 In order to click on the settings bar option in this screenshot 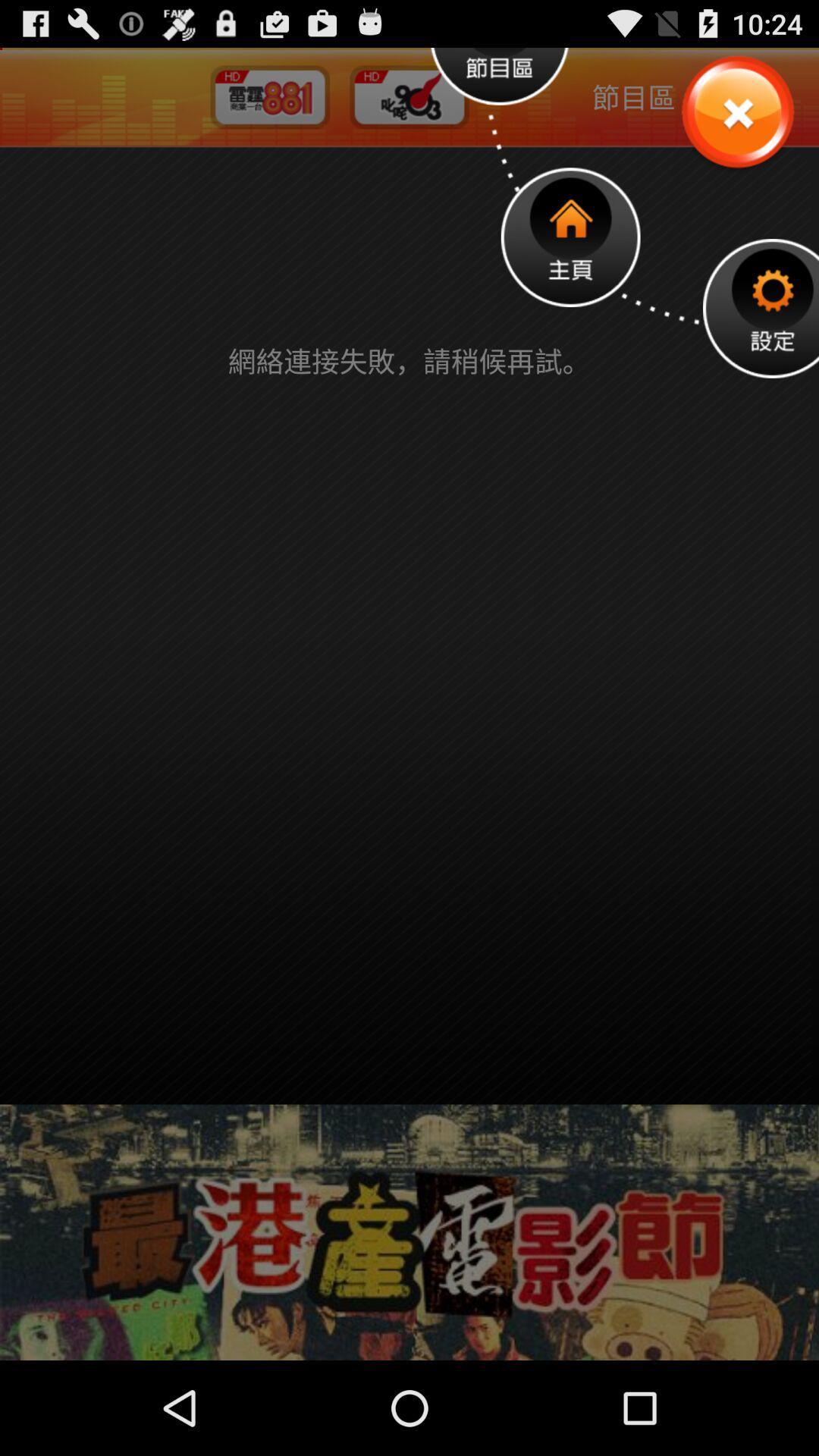, I will do `click(761, 307)`.